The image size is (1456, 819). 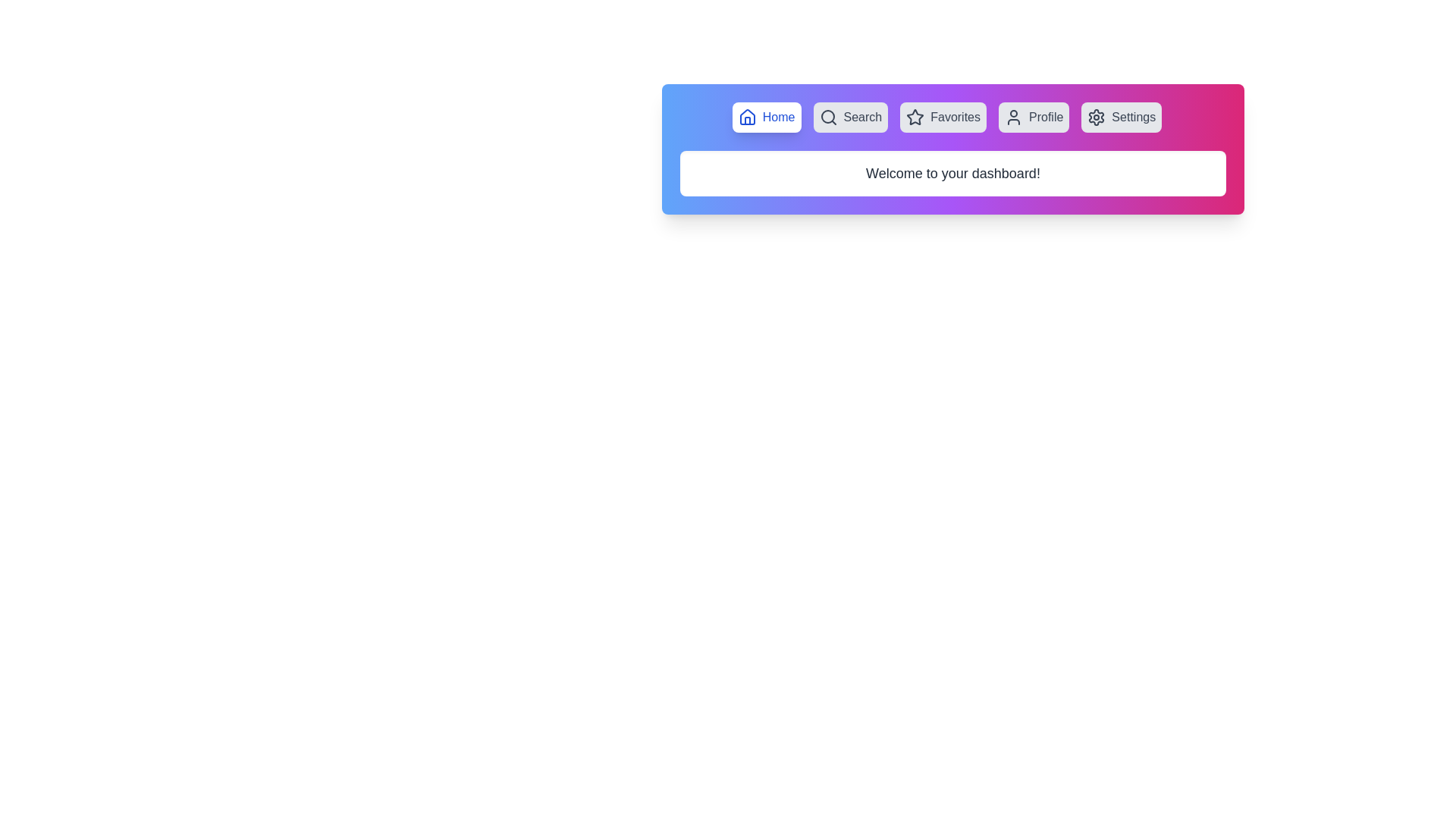 I want to click on the 'Favorites' label element, which features a star icon to its left and is styled with a light gray background and rounded corners, located in the top navigation bar as the third option after 'Home' and 'Search', so click(x=943, y=116).